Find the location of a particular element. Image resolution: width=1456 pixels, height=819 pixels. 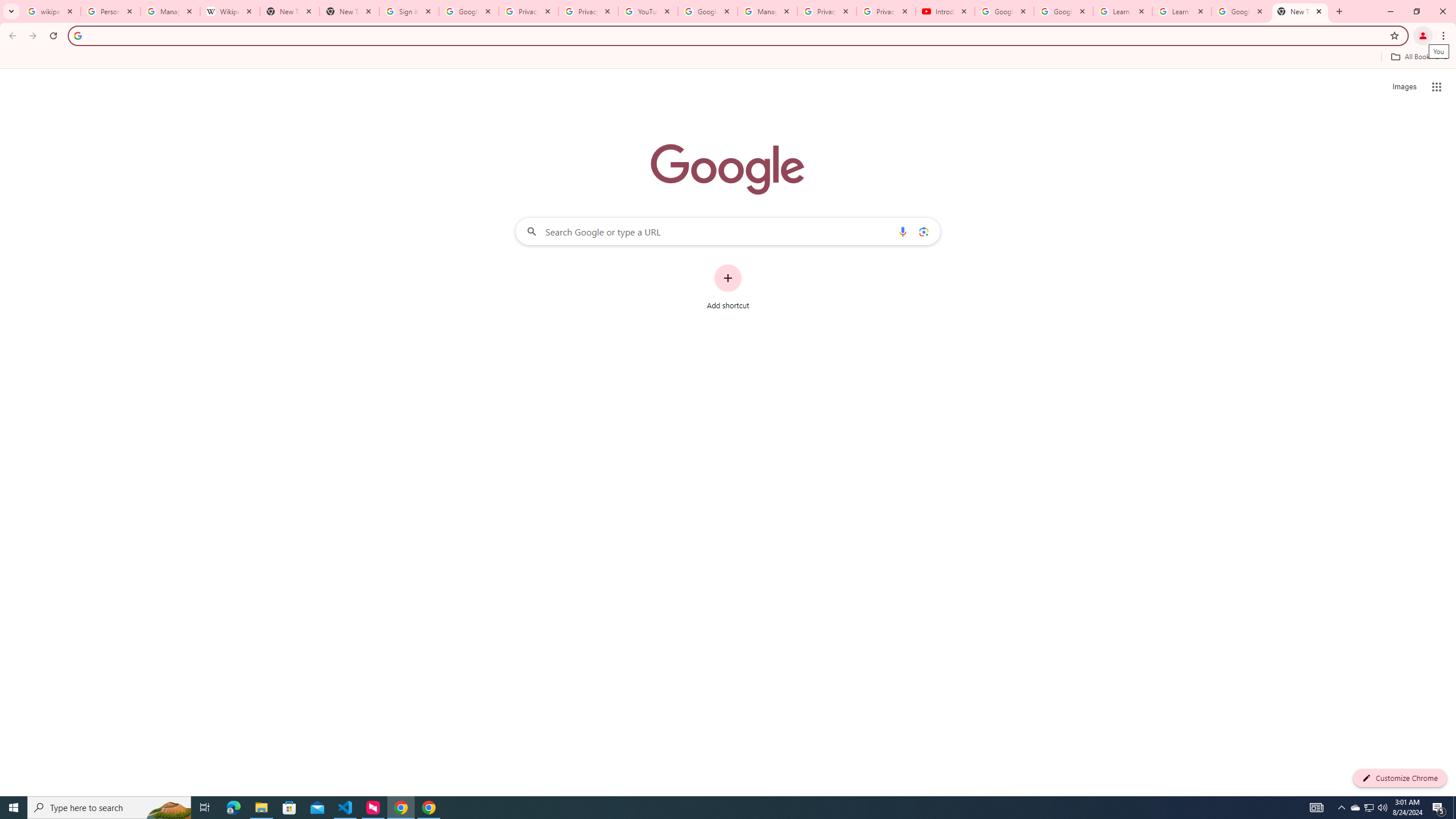

'Google Drive: Sign-in' is located at coordinates (468, 11).